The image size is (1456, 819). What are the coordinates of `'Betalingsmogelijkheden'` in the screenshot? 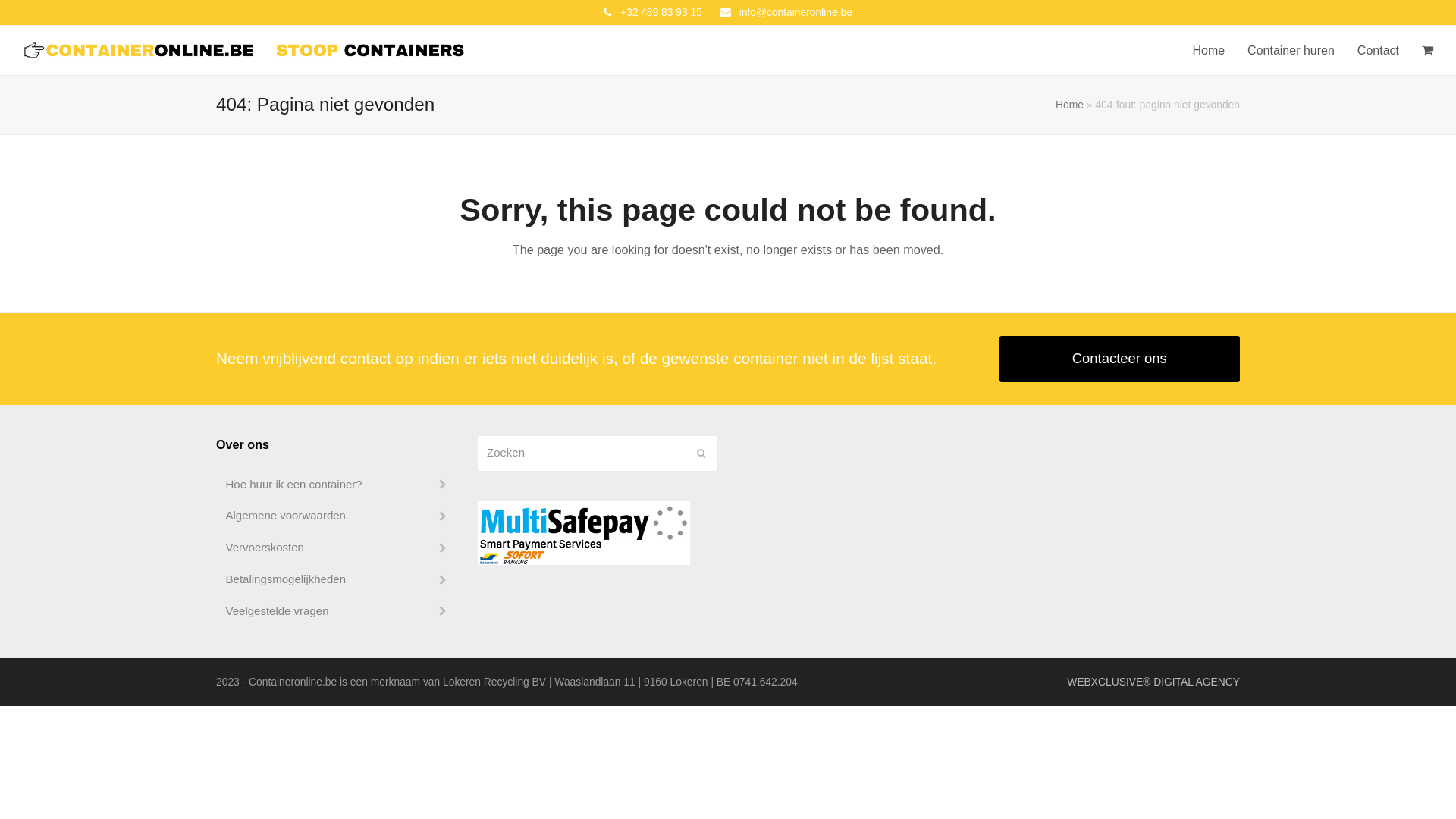 It's located at (334, 579).